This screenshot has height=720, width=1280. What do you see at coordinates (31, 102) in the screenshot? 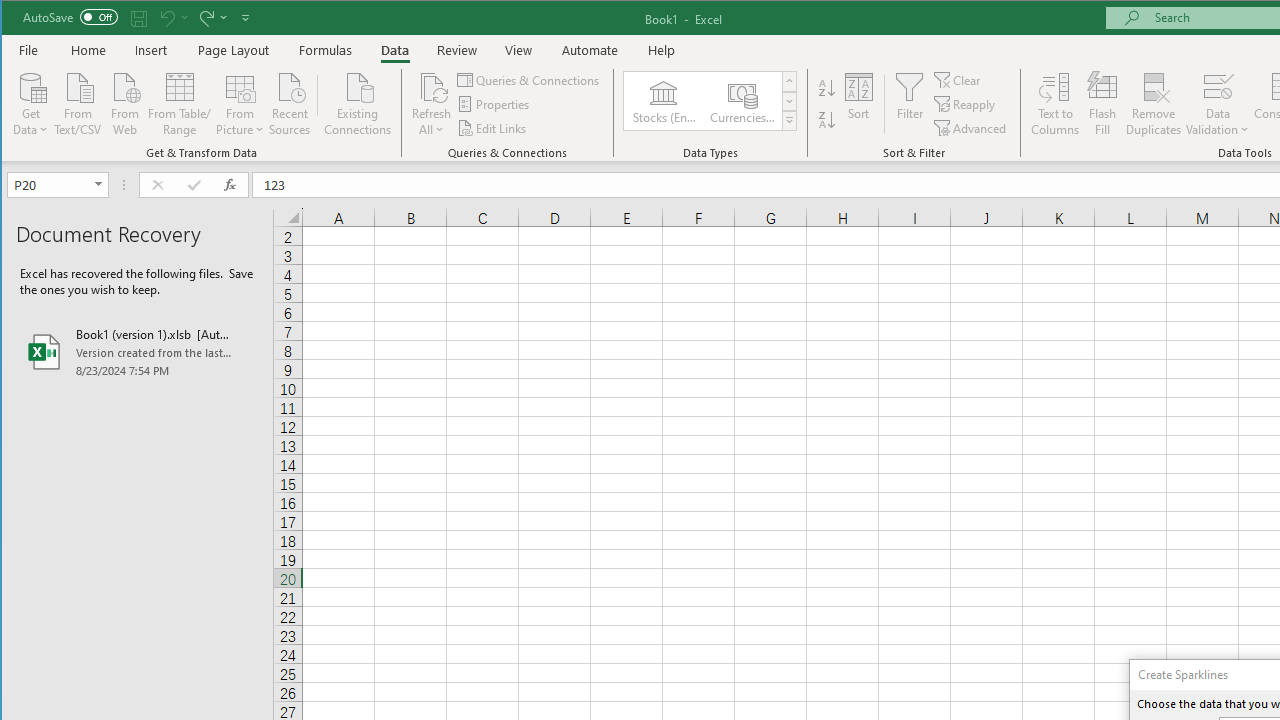
I see `'Get Data'` at bounding box center [31, 102].